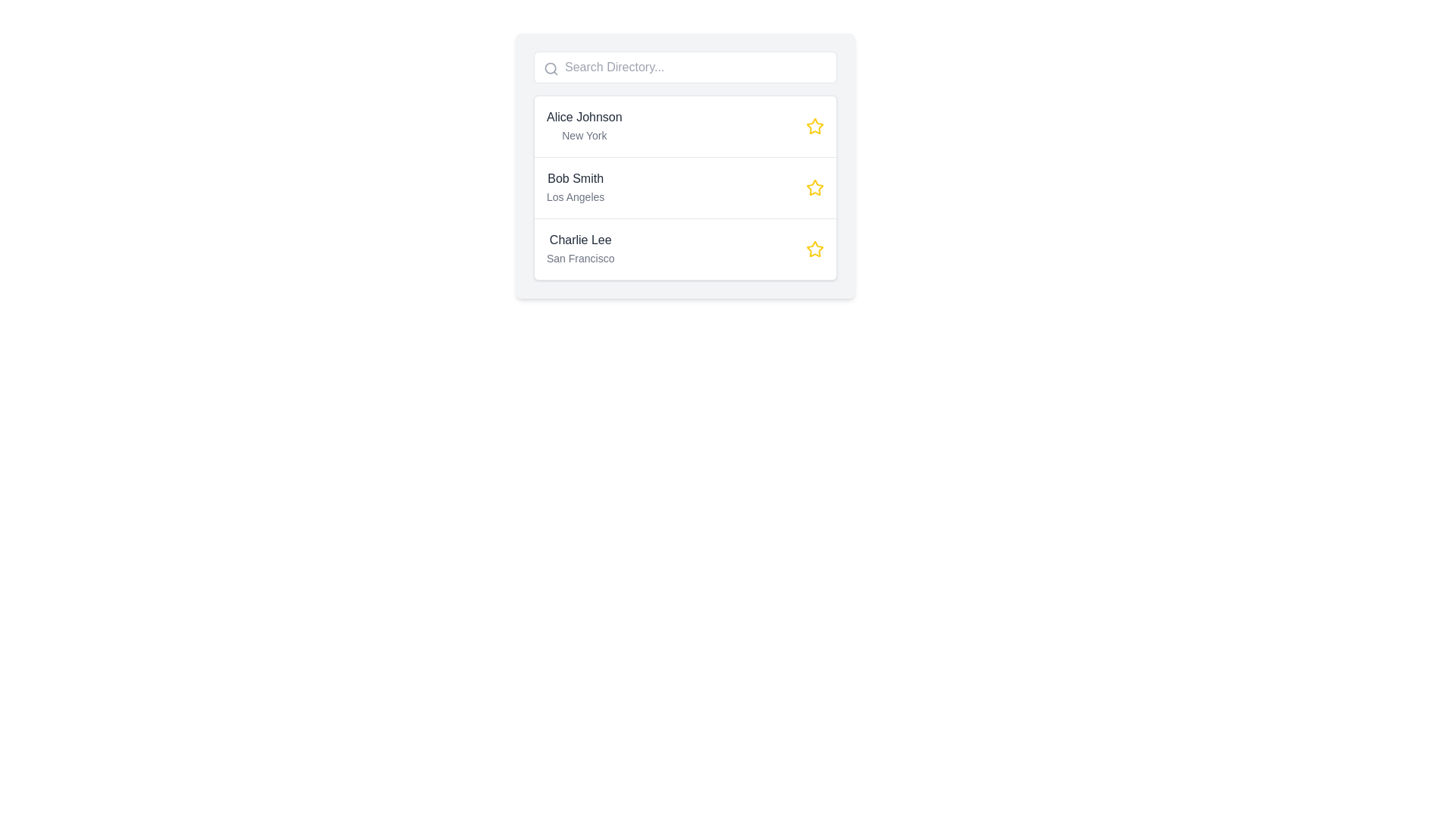  Describe the element at coordinates (814, 187) in the screenshot. I see `the star icon with a yellow outline located near 'Bob Smith' and 'Los Angeles'` at that location.